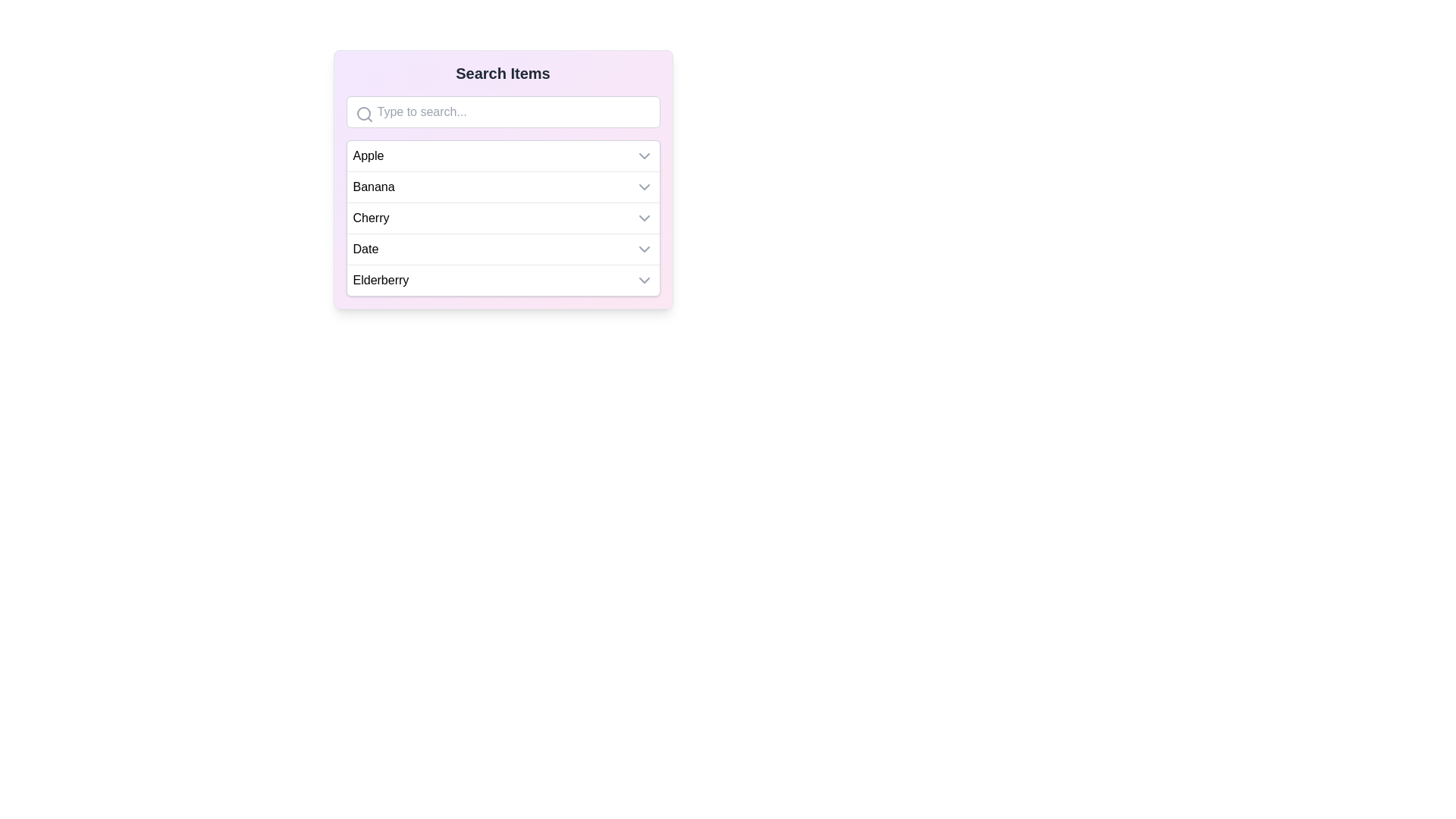 The image size is (1456, 819). What do you see at coordinates (364, 113) in the screenshot?
I see `the search icon located at the leftmost part of the search field, adjacent to the text input area` at bounding box center [364, 113].